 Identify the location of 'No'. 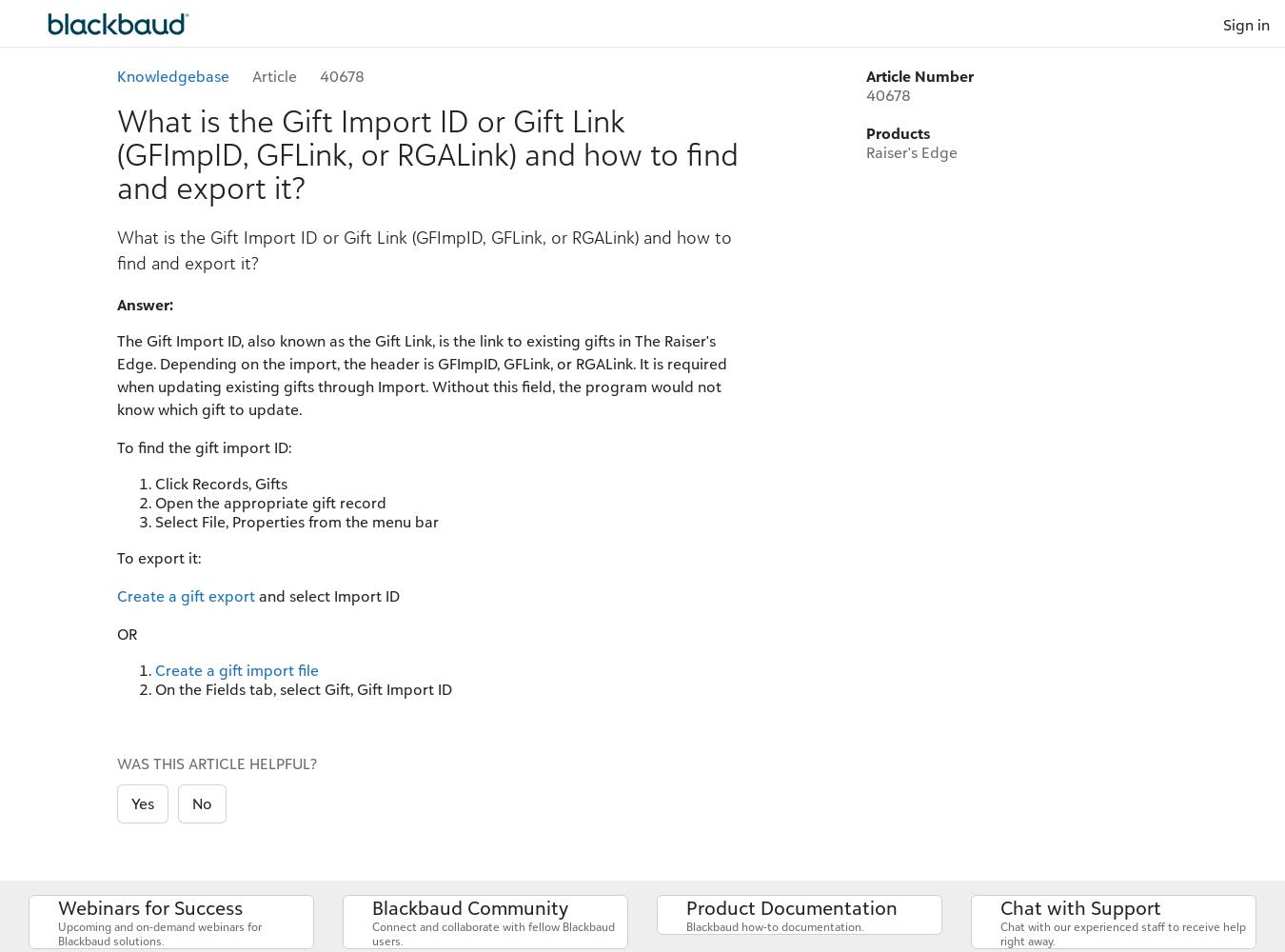
(201, 803).